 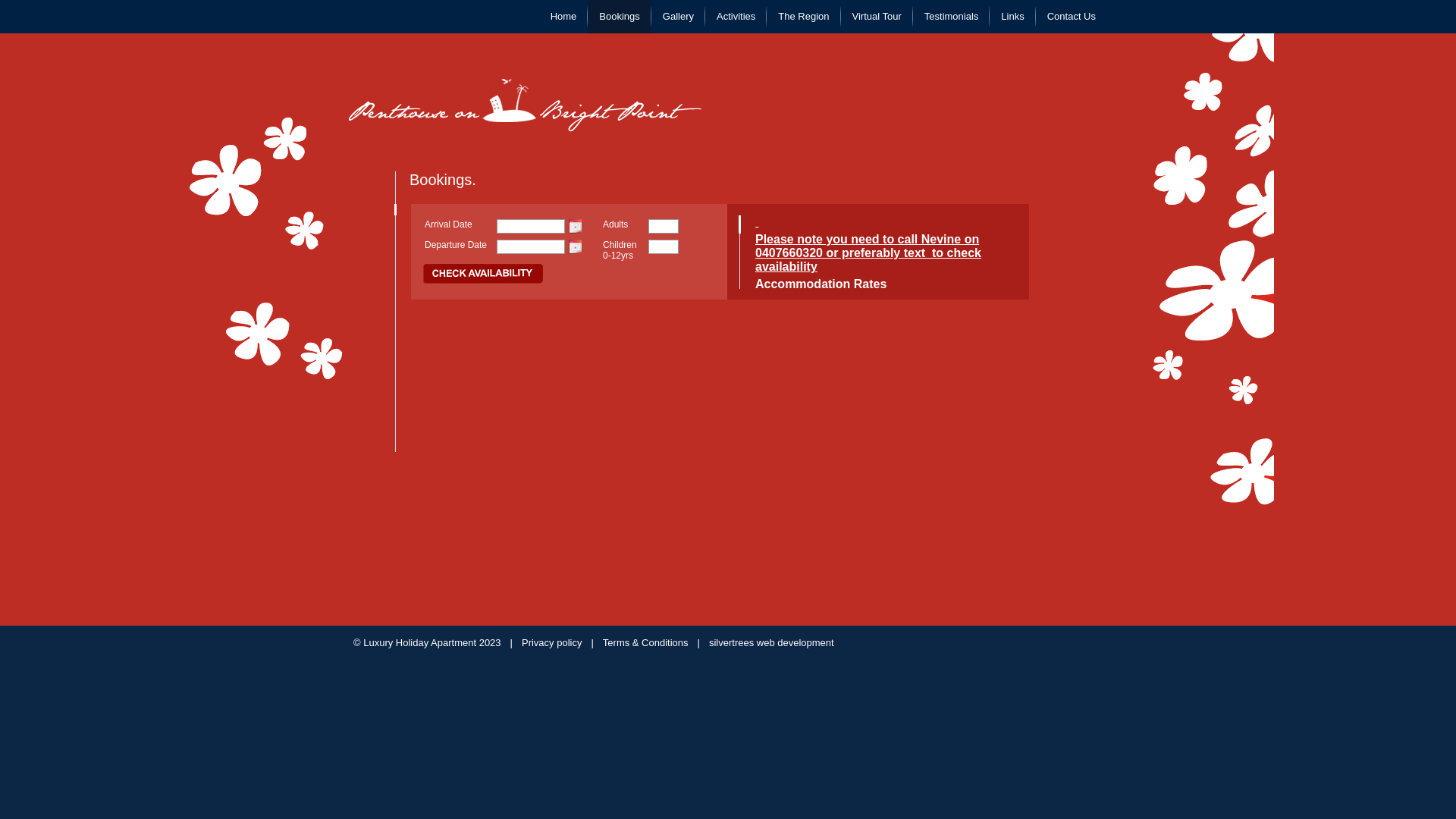 I want to click on 'Home', so click(x=539, y=17).